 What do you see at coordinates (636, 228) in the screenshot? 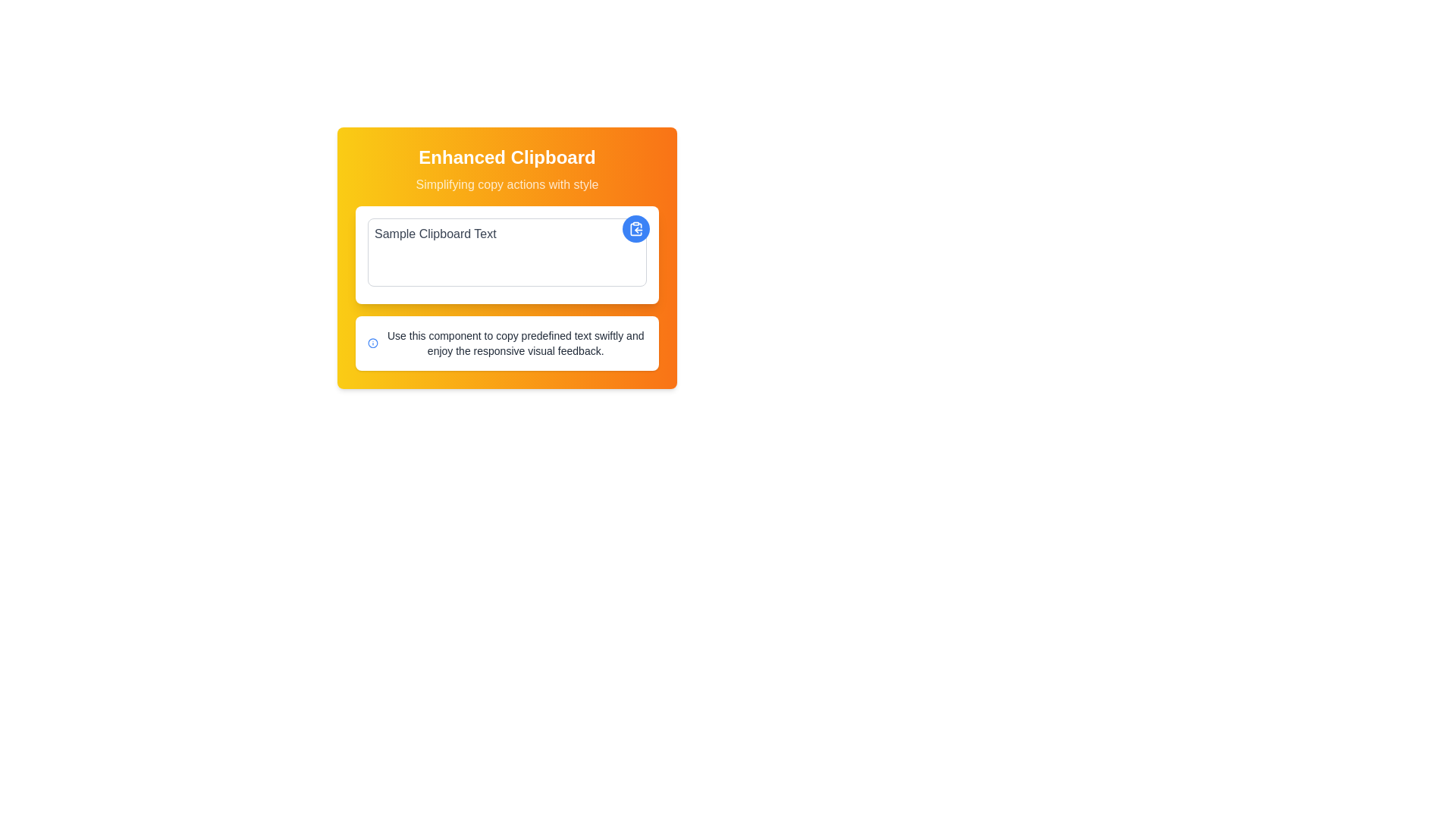
I see `the clipboard icon located within the blue circular button at the top-right corner of the 'Enhanced Clipboard' component to copy text or content to the clipboard` at bounding box center [636, 228].